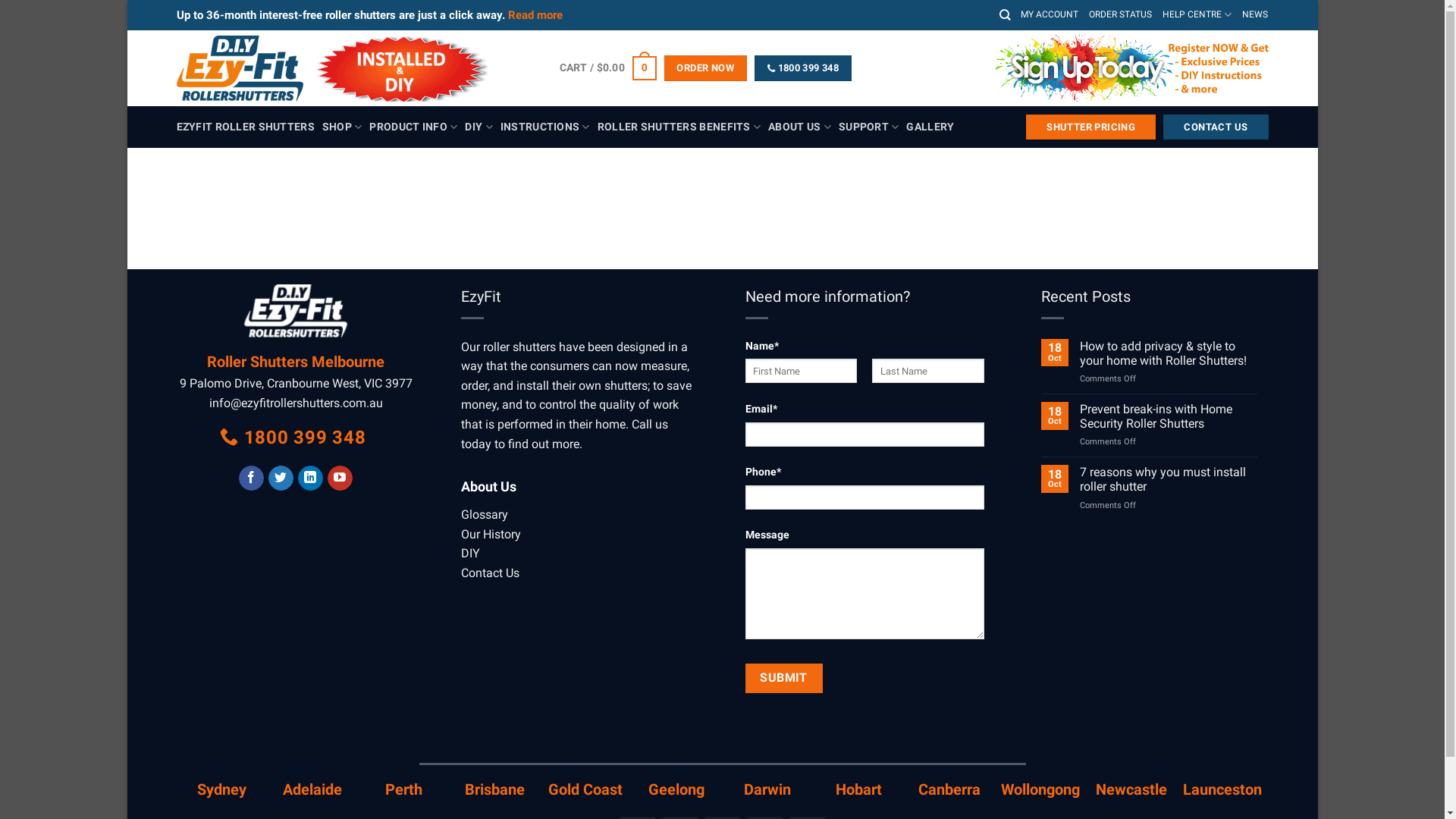 The image size is (1456, 819). I want to click on 'Brisbane', so click(494, 789).